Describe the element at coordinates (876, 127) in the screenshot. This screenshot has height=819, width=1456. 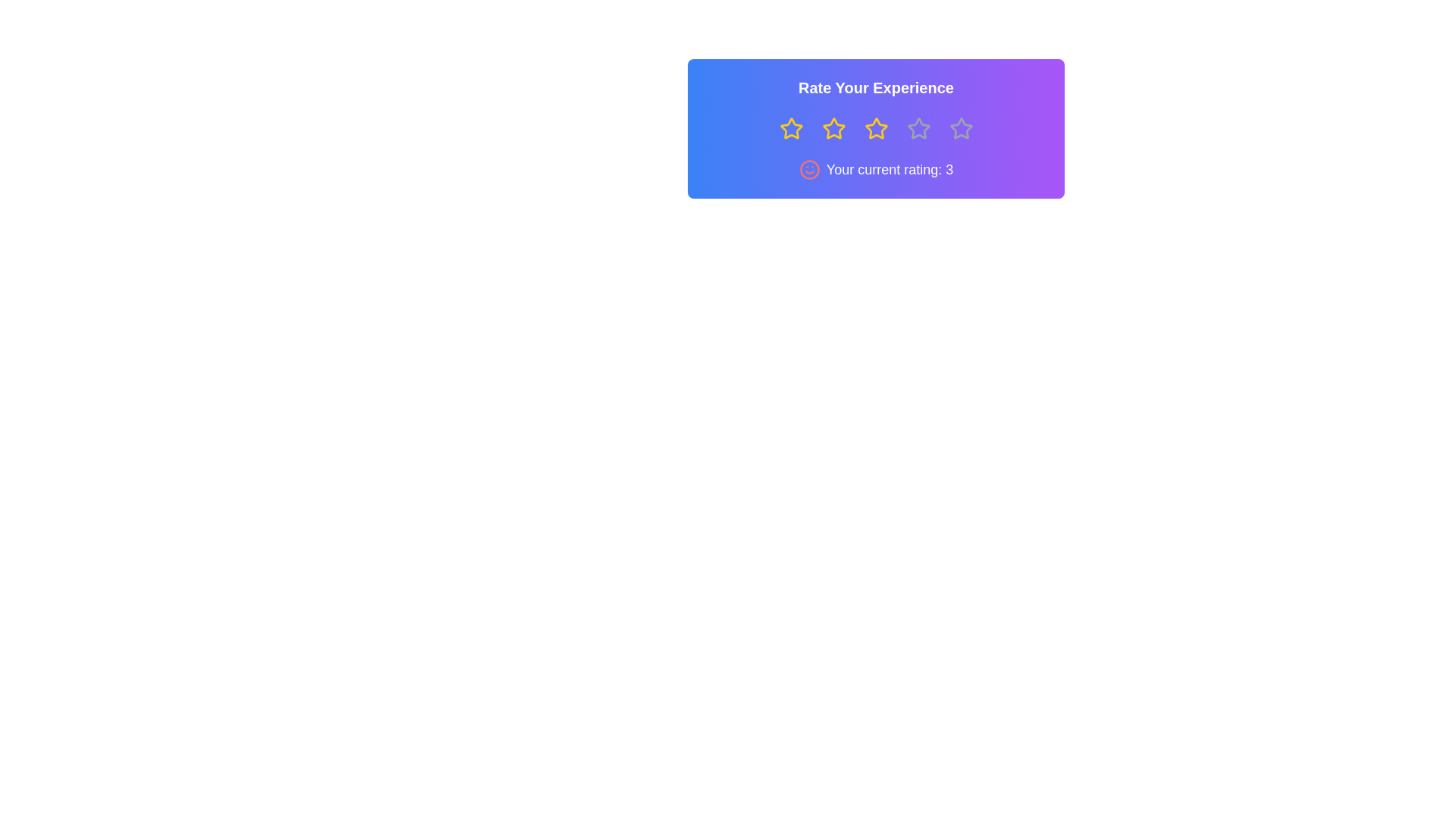
I see `the star representing 3 stars to preview the rating effect` at that location.